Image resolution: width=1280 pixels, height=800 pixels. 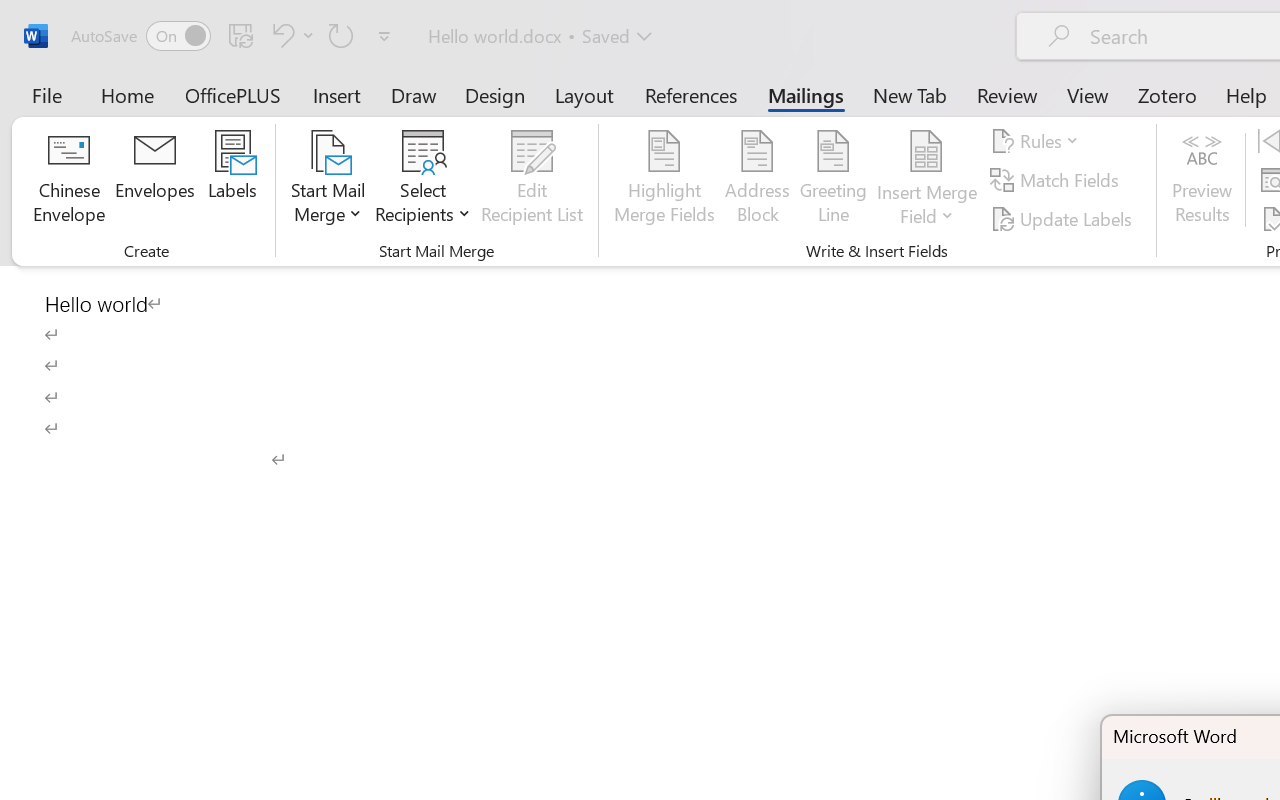 I want to click on 'Start Mail Merge', so click(x=328, y=179).